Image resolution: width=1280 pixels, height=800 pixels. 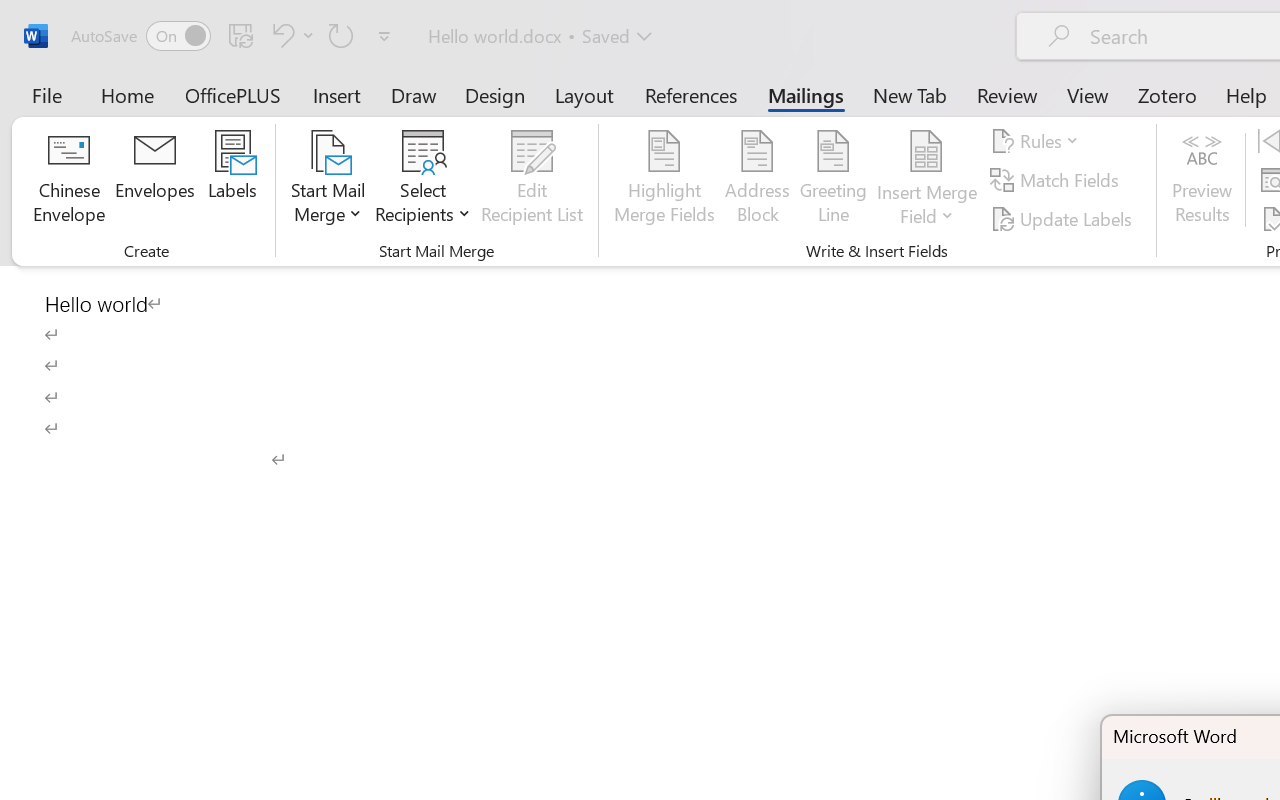 I want to click on 'Start Mail Merge', so click(x=328, y=179).